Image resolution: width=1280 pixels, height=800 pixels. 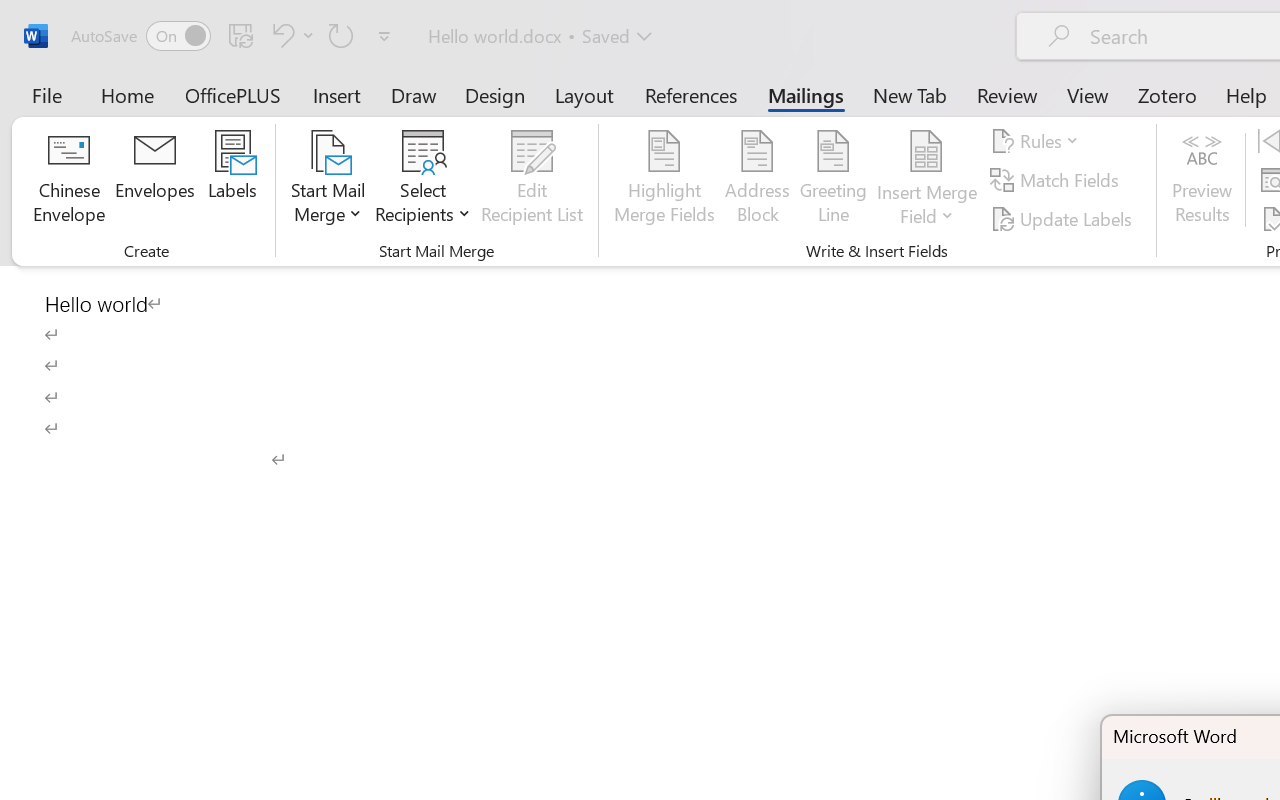 I want to click on 'Start Mail Merge', so click(x=328, y=179).